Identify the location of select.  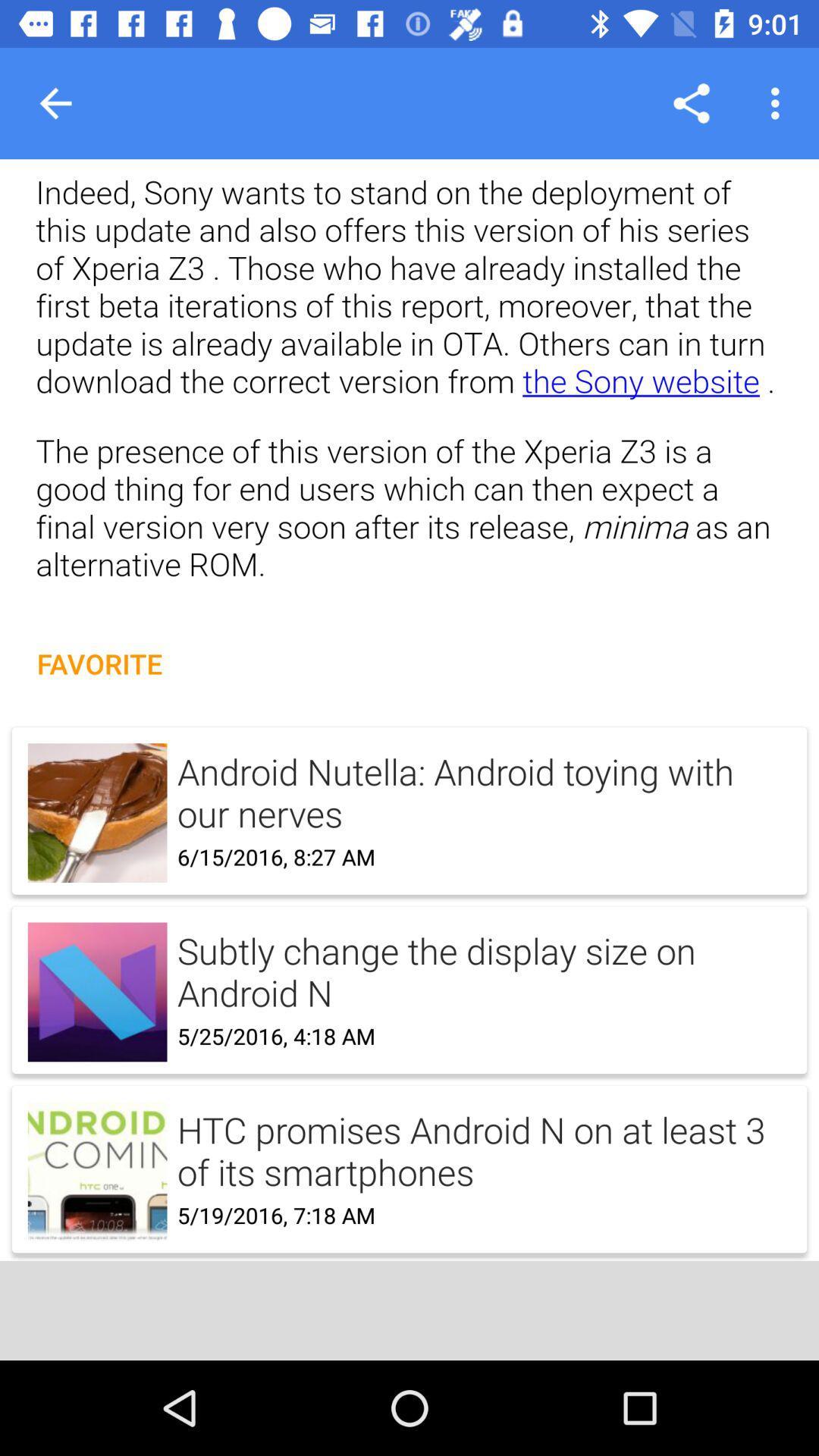
(409, 974).